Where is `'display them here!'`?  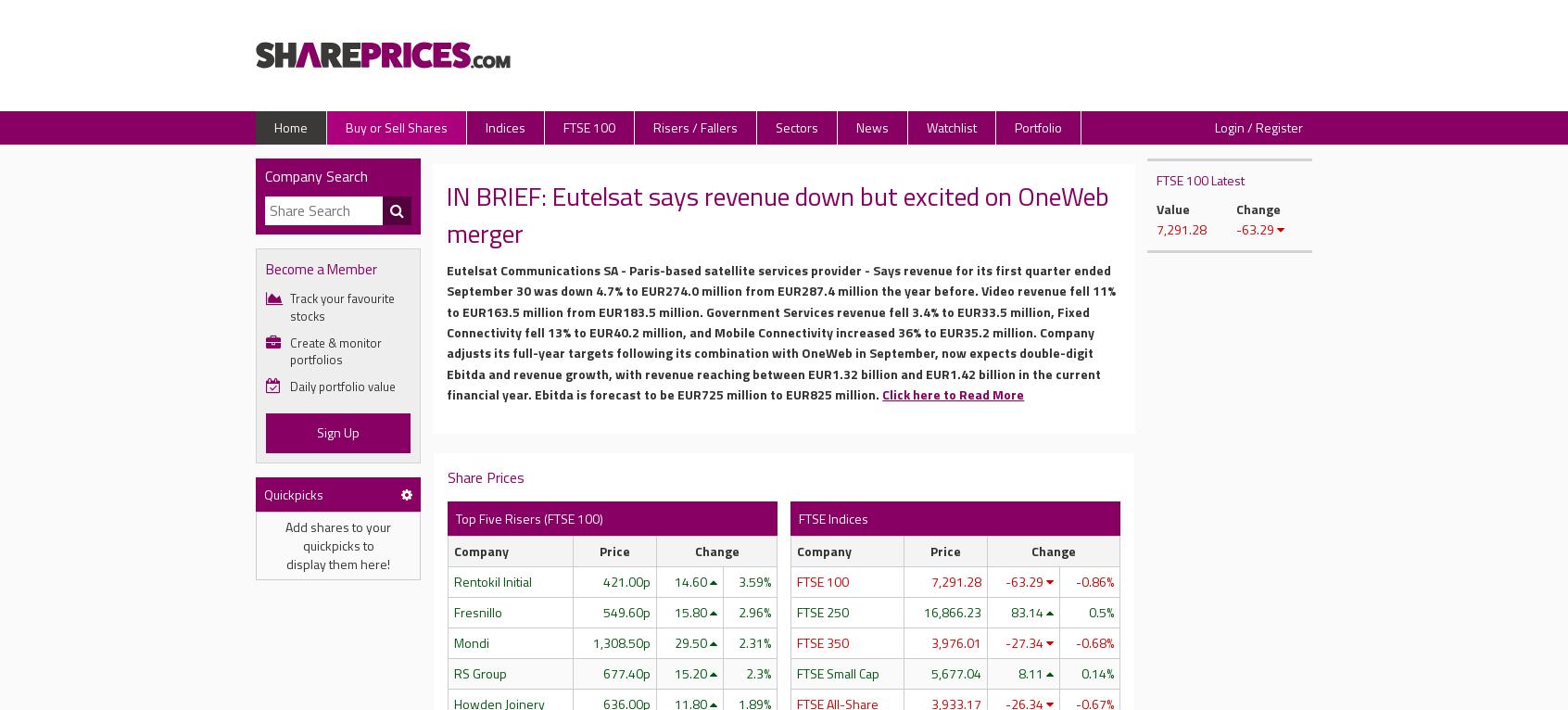
'display them here!' is located at coordinates (285, 563).